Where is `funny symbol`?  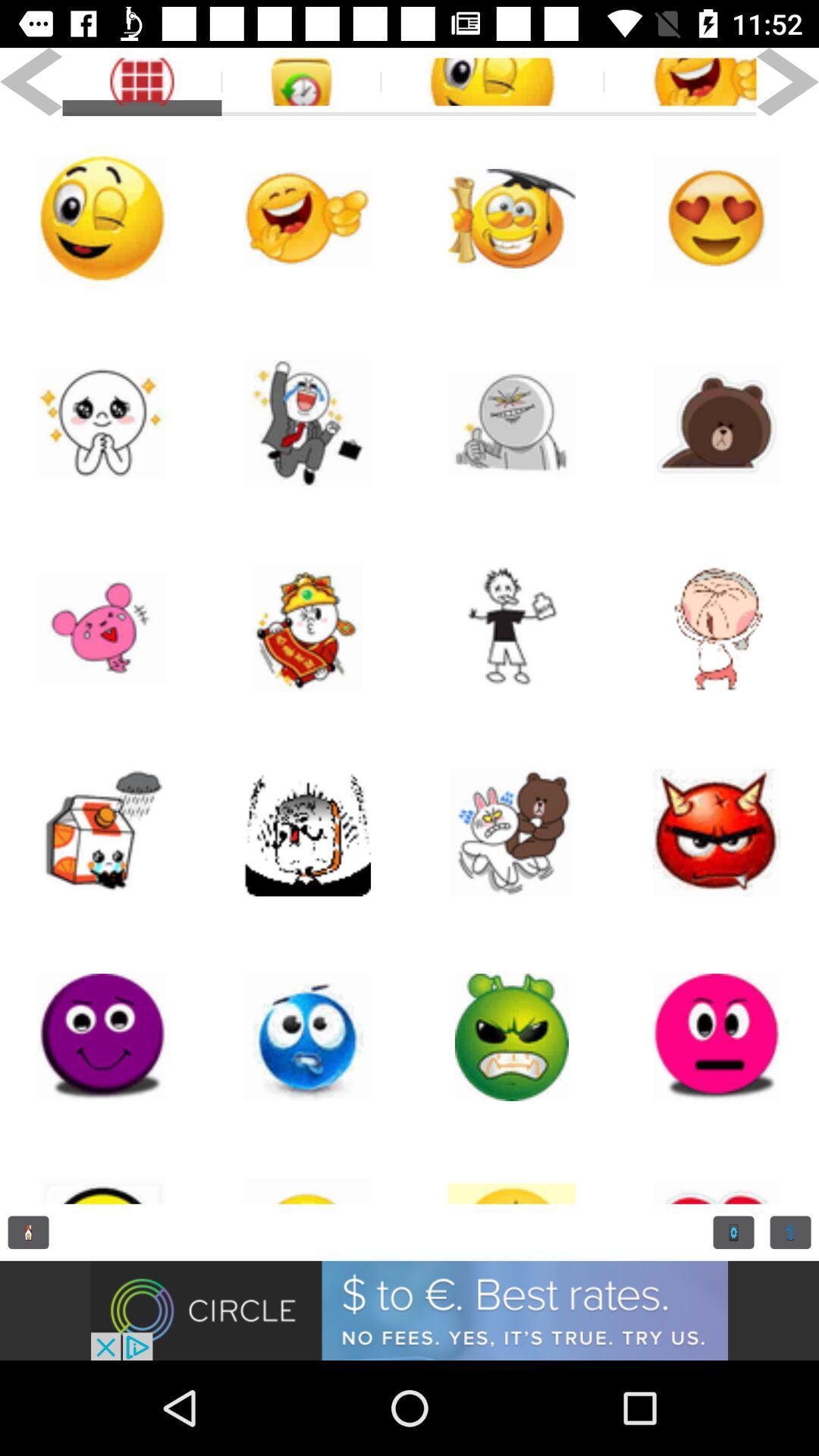 funny symbol is located at coordinates (102, 628).